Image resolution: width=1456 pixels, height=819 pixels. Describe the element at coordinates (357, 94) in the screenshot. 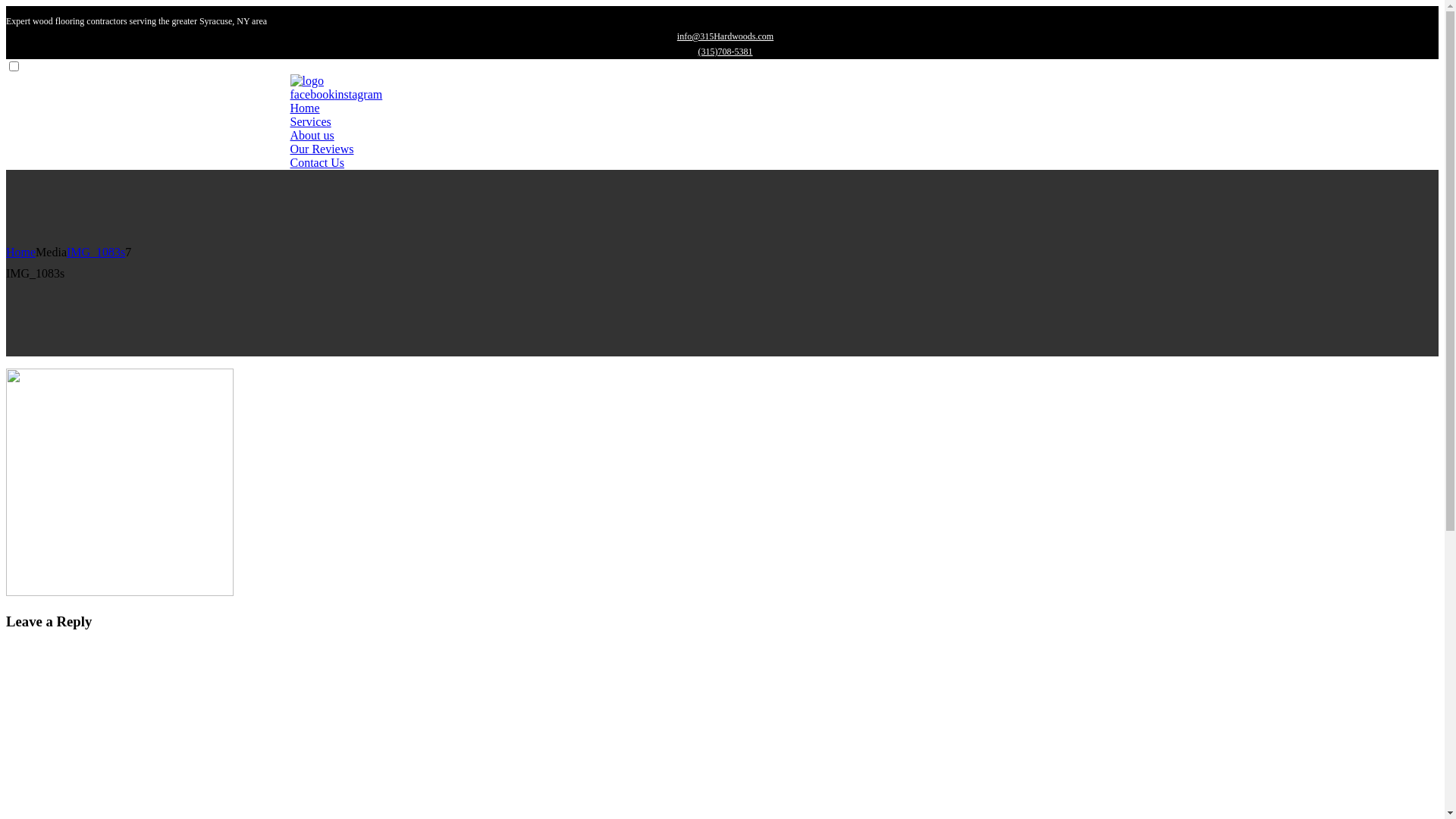

I see `'instagram'` at that location.